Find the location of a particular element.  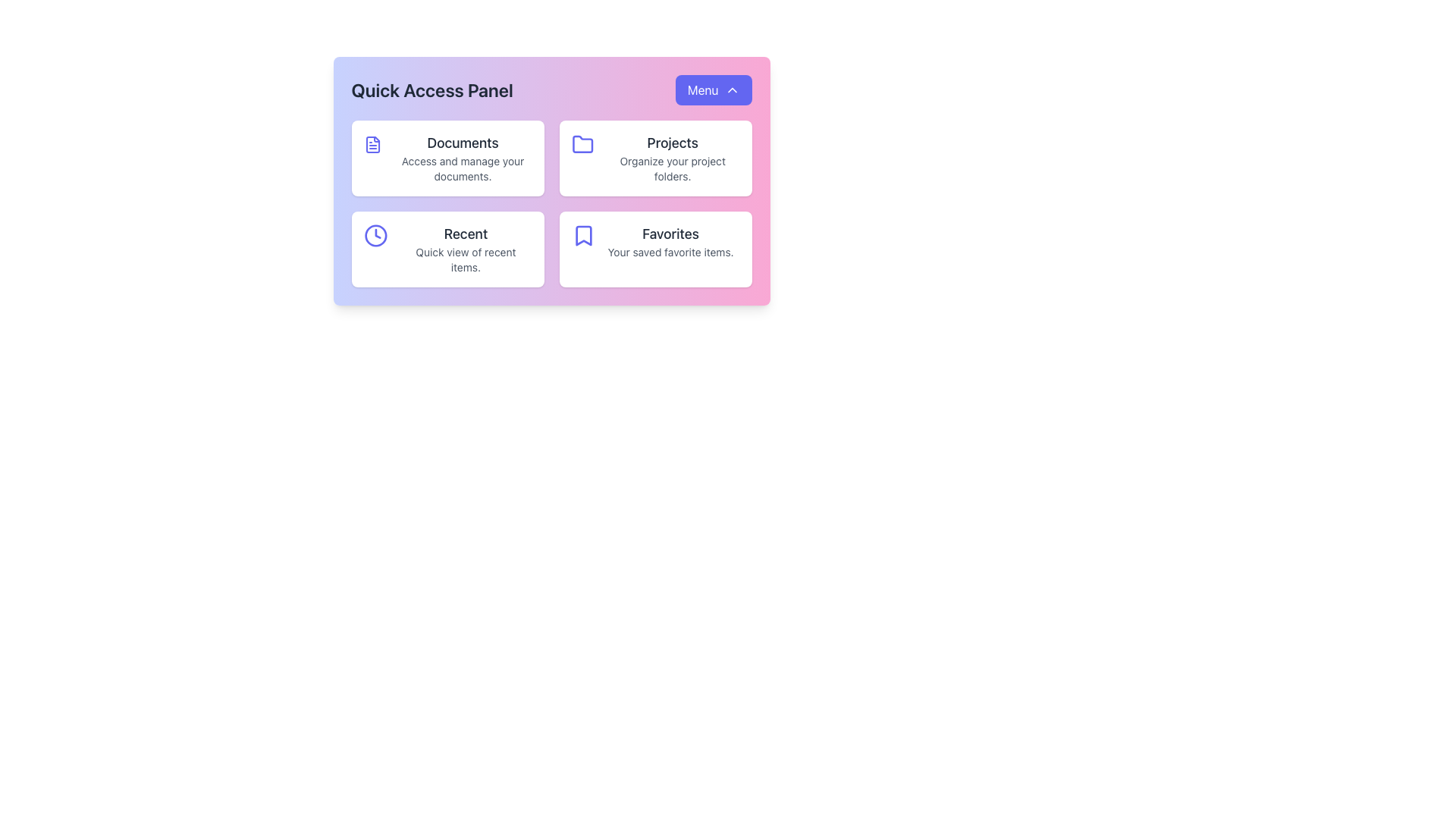

the button that toggles the dropdown menu in the 'Quick Access Panel' section, located in the top-right corner is located at coordinates (713, 90).